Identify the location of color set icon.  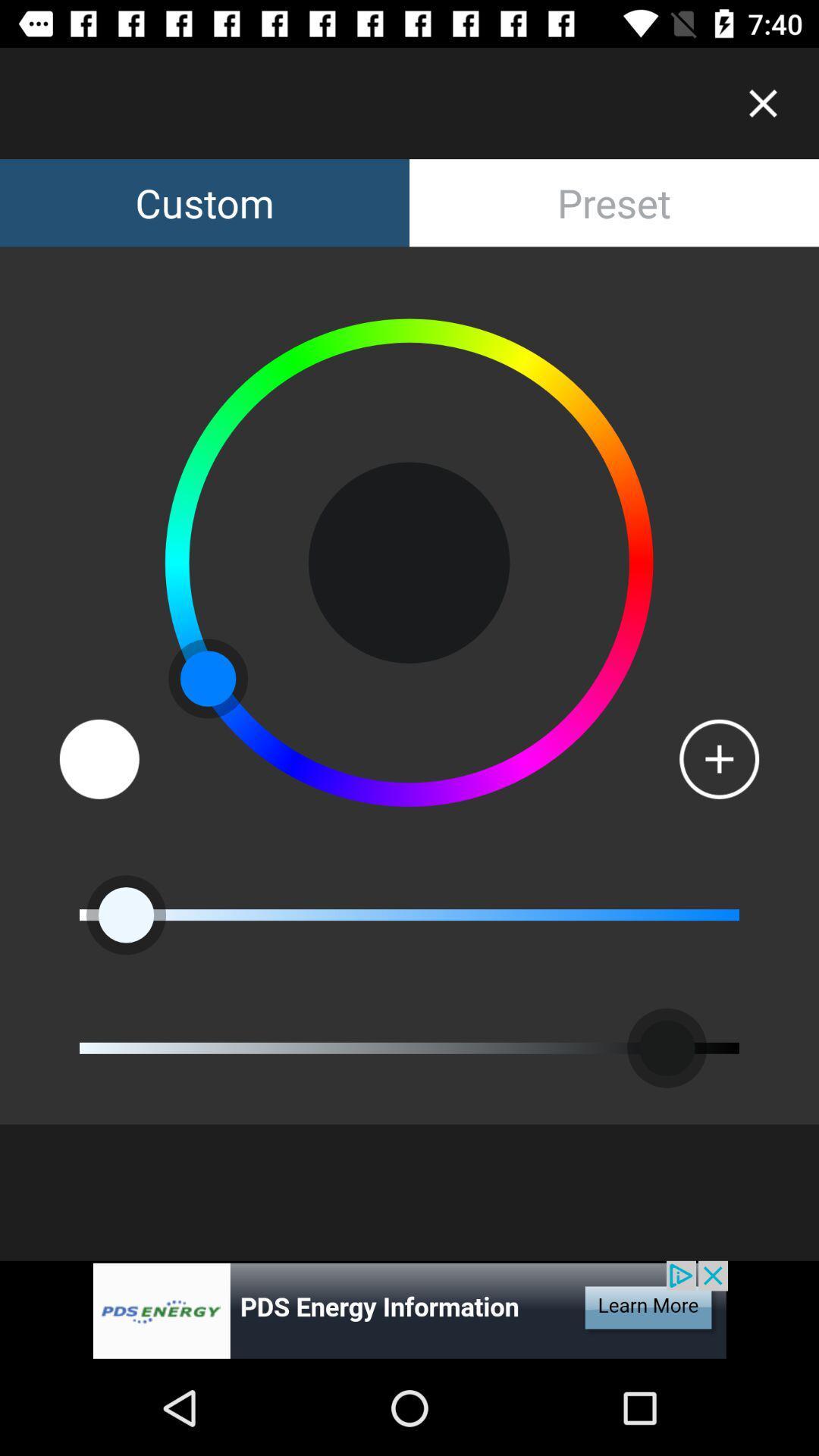
(99, 759).